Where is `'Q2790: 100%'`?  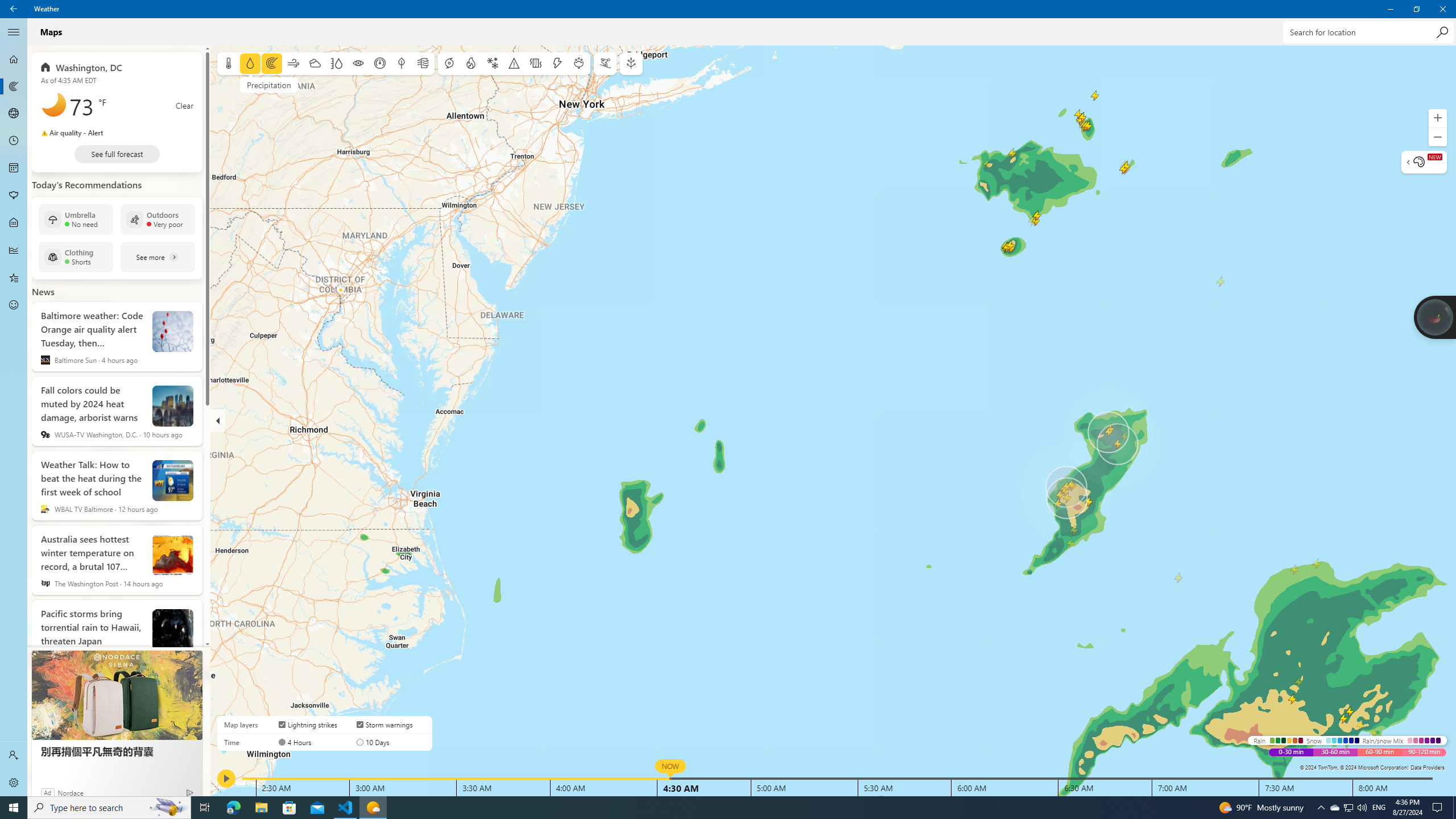 'Q2790: 100%' is located at coordinates (1361, 806).